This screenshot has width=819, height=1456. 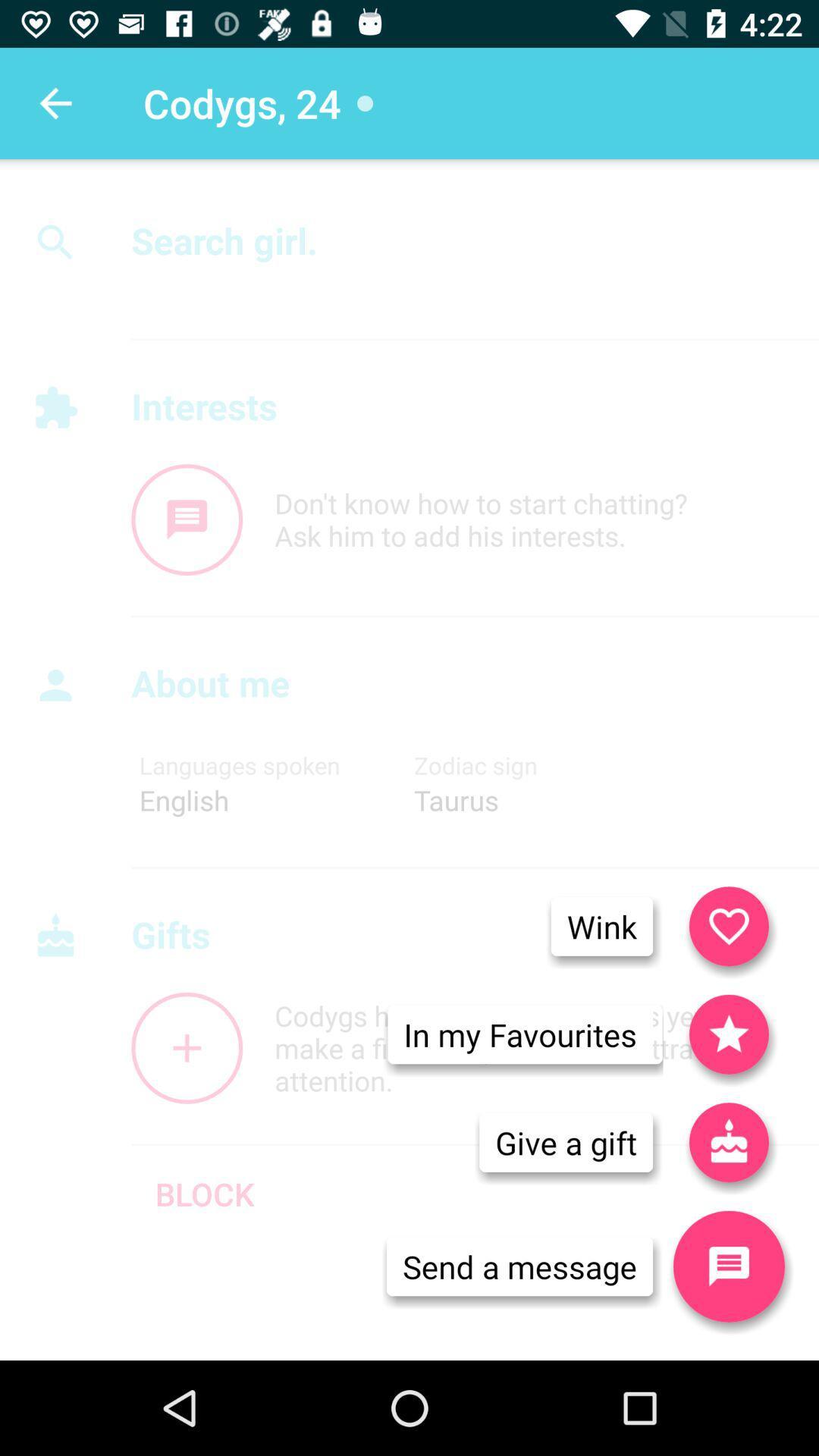 I want to click on the add icon, so click(x=186, y=1047).